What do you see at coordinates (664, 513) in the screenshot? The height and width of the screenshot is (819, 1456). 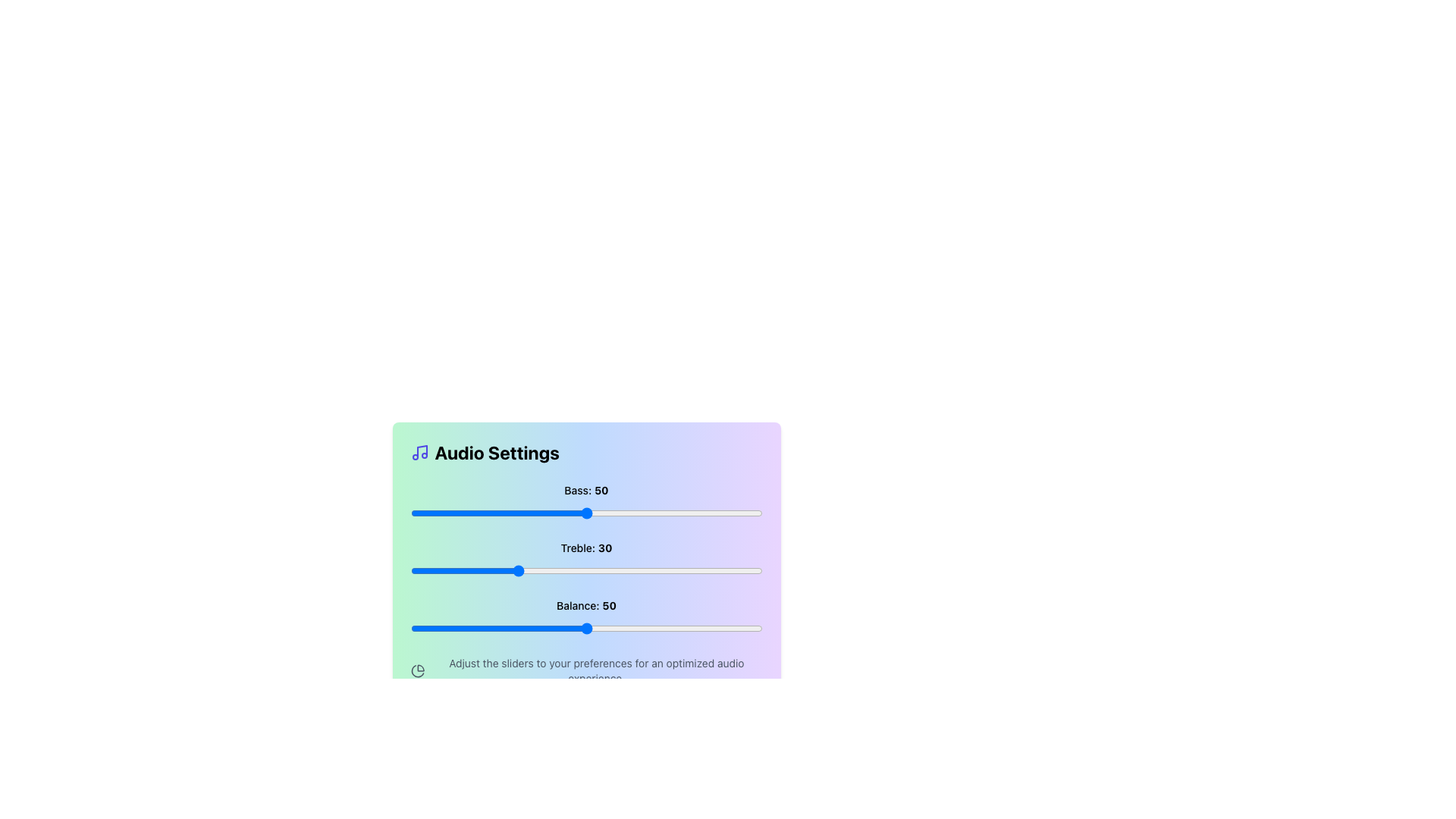 I see `the bass` at bounding box center [664, 513].